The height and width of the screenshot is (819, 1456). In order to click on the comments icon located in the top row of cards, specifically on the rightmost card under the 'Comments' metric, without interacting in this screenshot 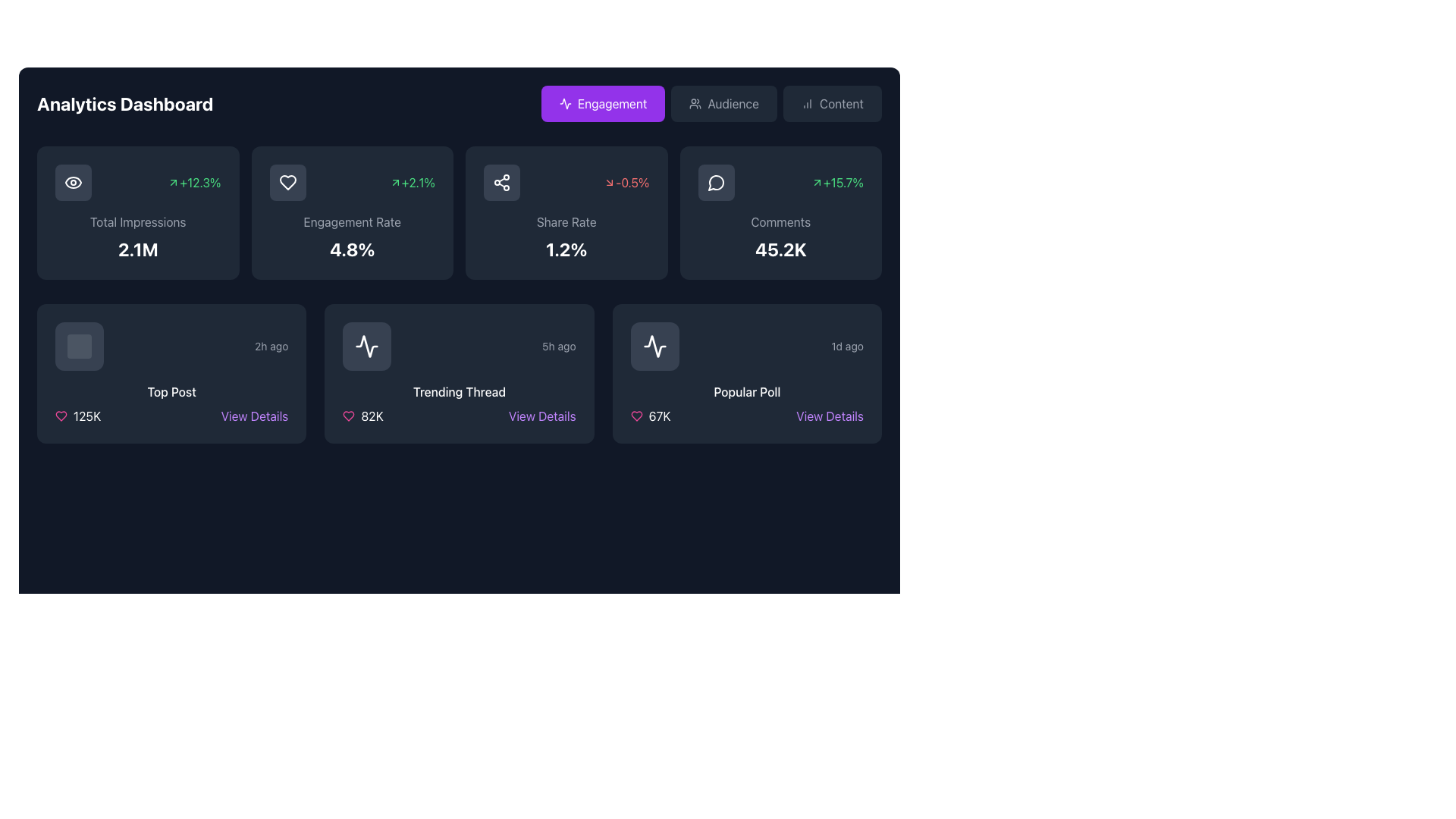, I will do `click(715, 181)`.